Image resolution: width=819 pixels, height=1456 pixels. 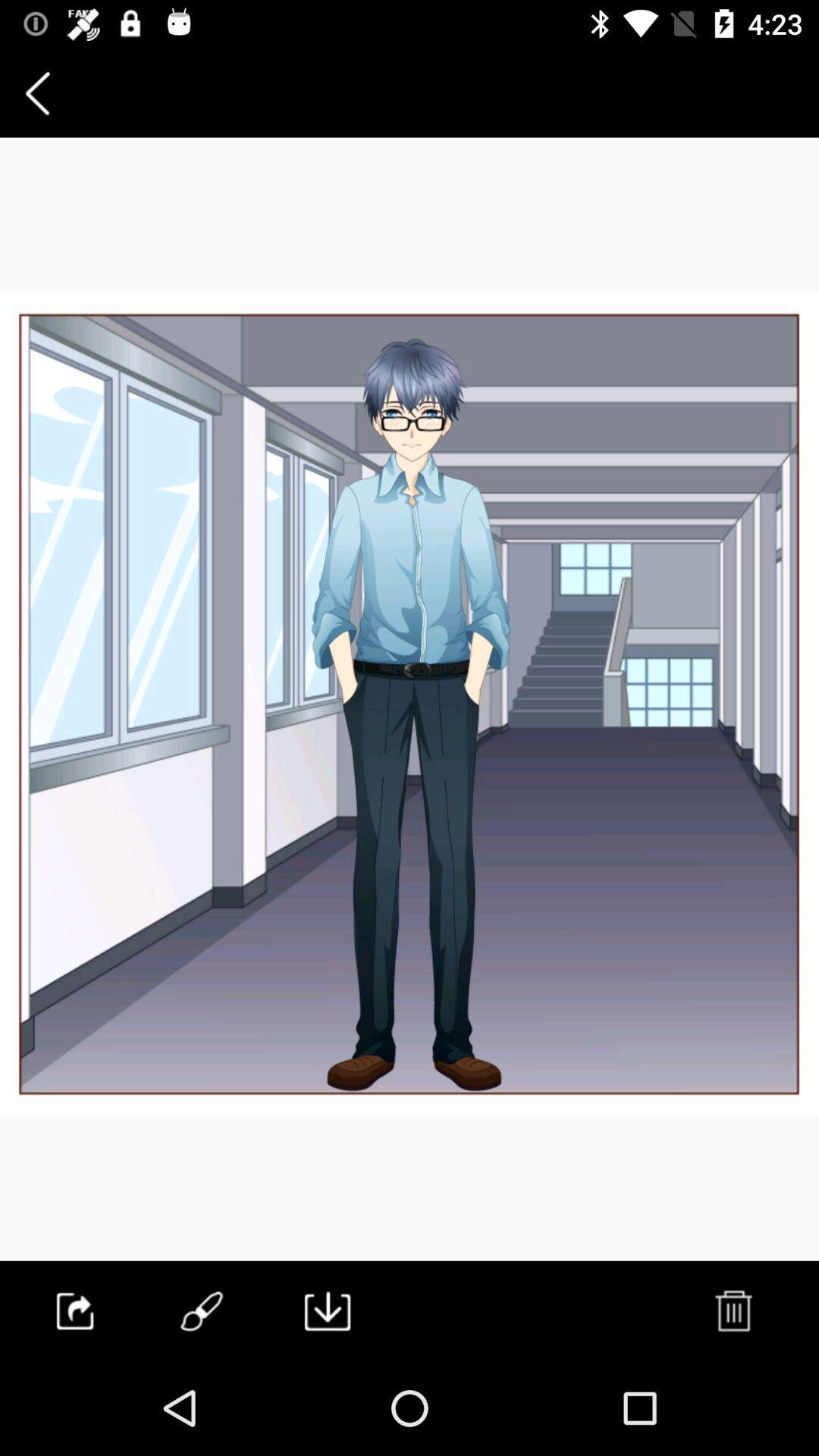 I want to click on the launch icon, so click(x=74, y=1310).